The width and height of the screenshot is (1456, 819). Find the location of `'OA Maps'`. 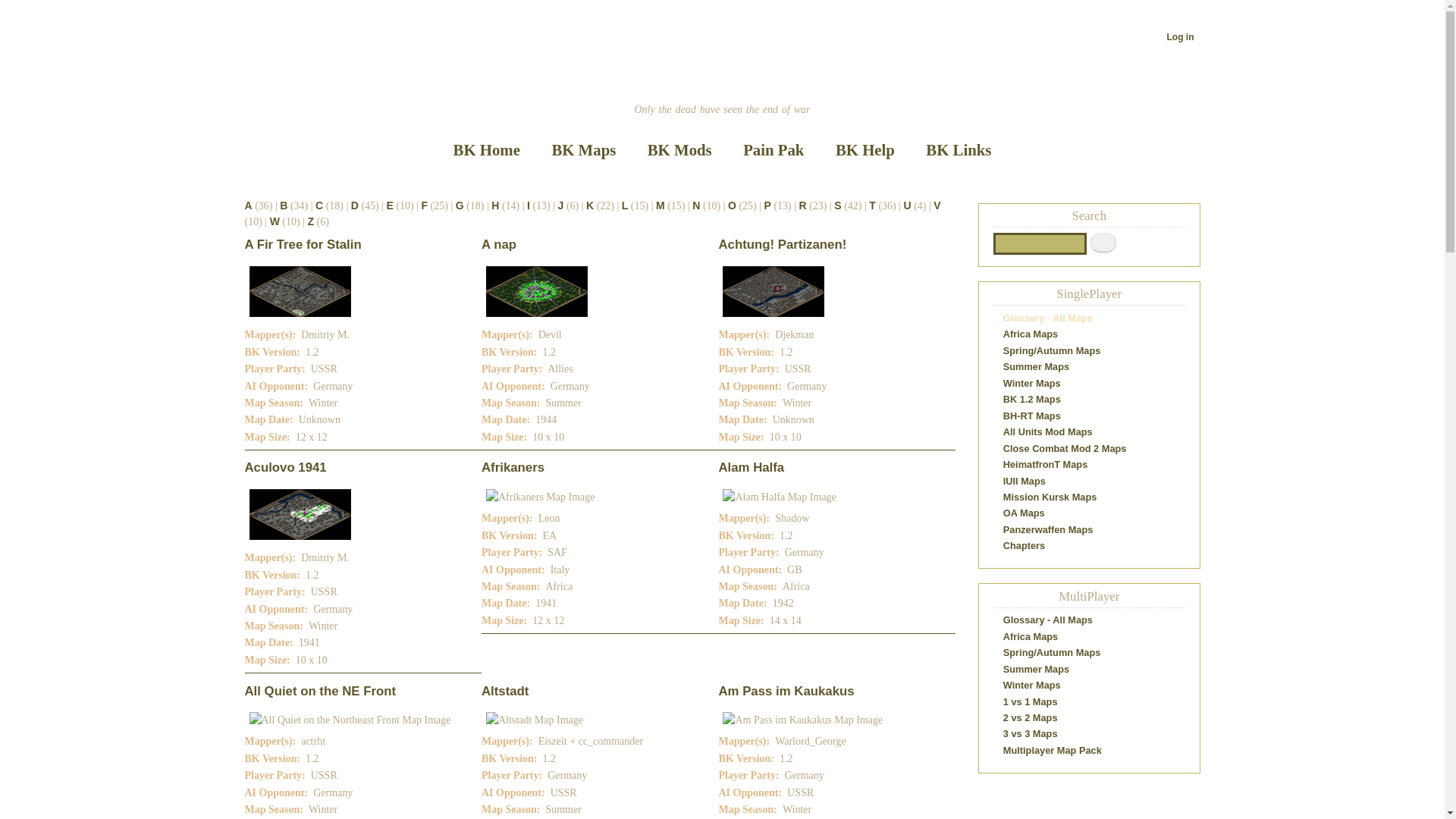

'OA Maps' is located at coordinates (1024, 512).